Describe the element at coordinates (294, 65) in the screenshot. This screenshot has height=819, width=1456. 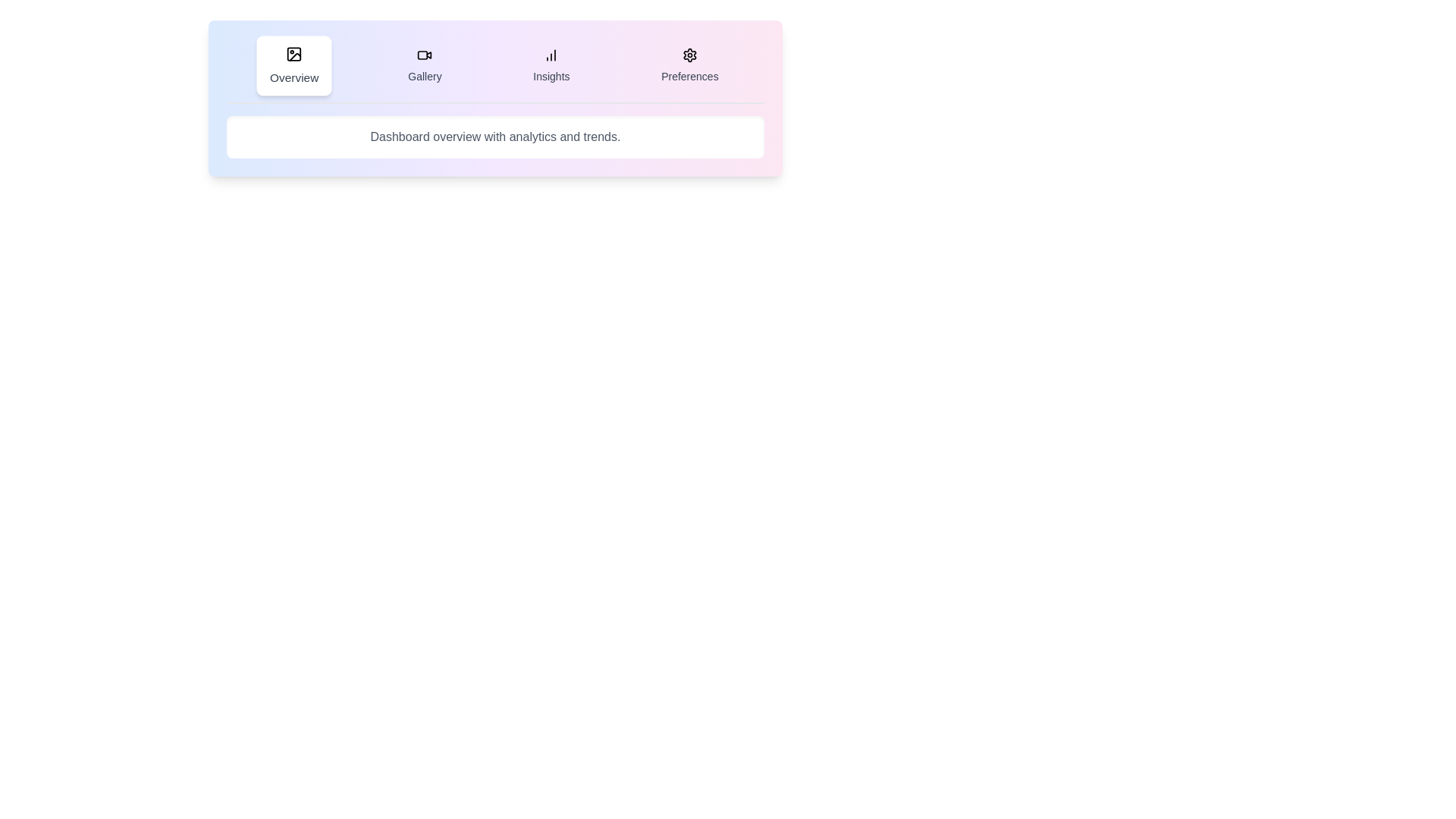
I see `the tab labeled 'Overview' to observe its hover effect` at that location.